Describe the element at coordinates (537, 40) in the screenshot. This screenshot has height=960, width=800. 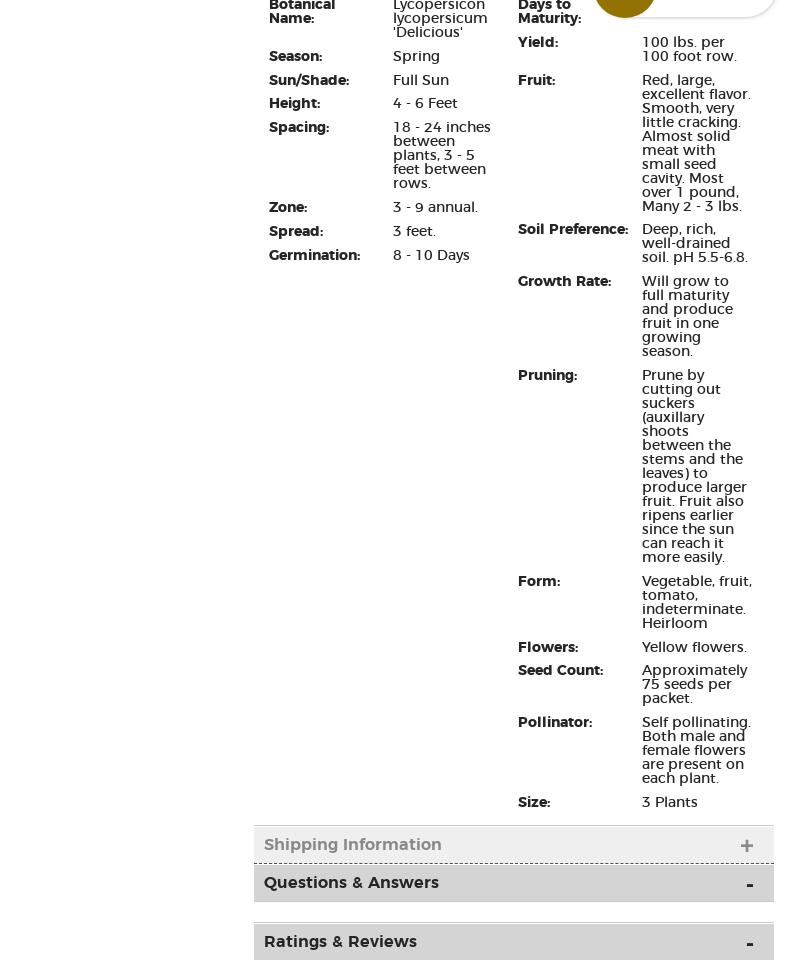
I see `'Yield:'` at that location.